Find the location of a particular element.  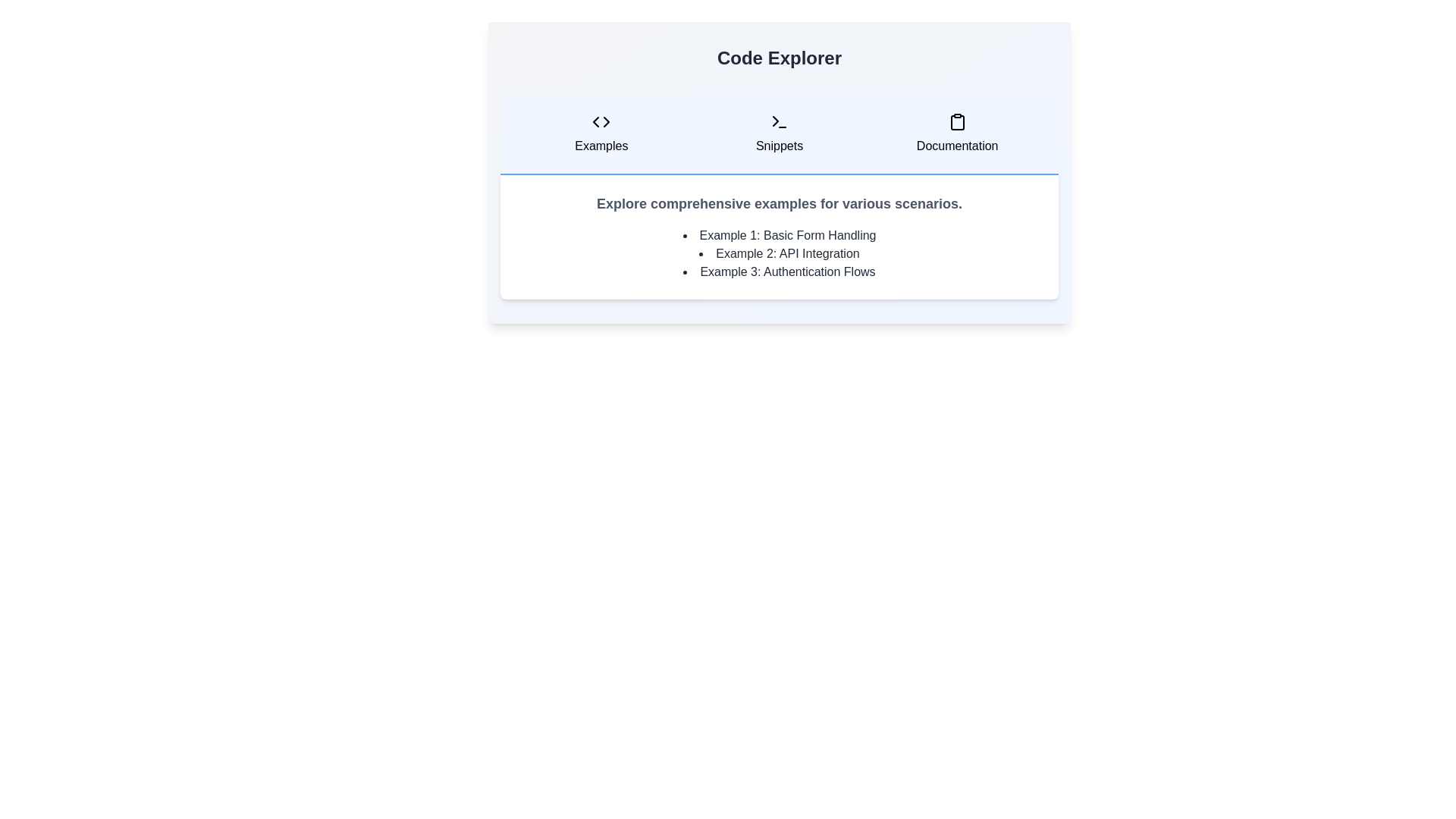

the SVG Icon representing the 'Snippets' tab, which visually indicates the functionality related to code snippets is located at coordinates (779, 121).